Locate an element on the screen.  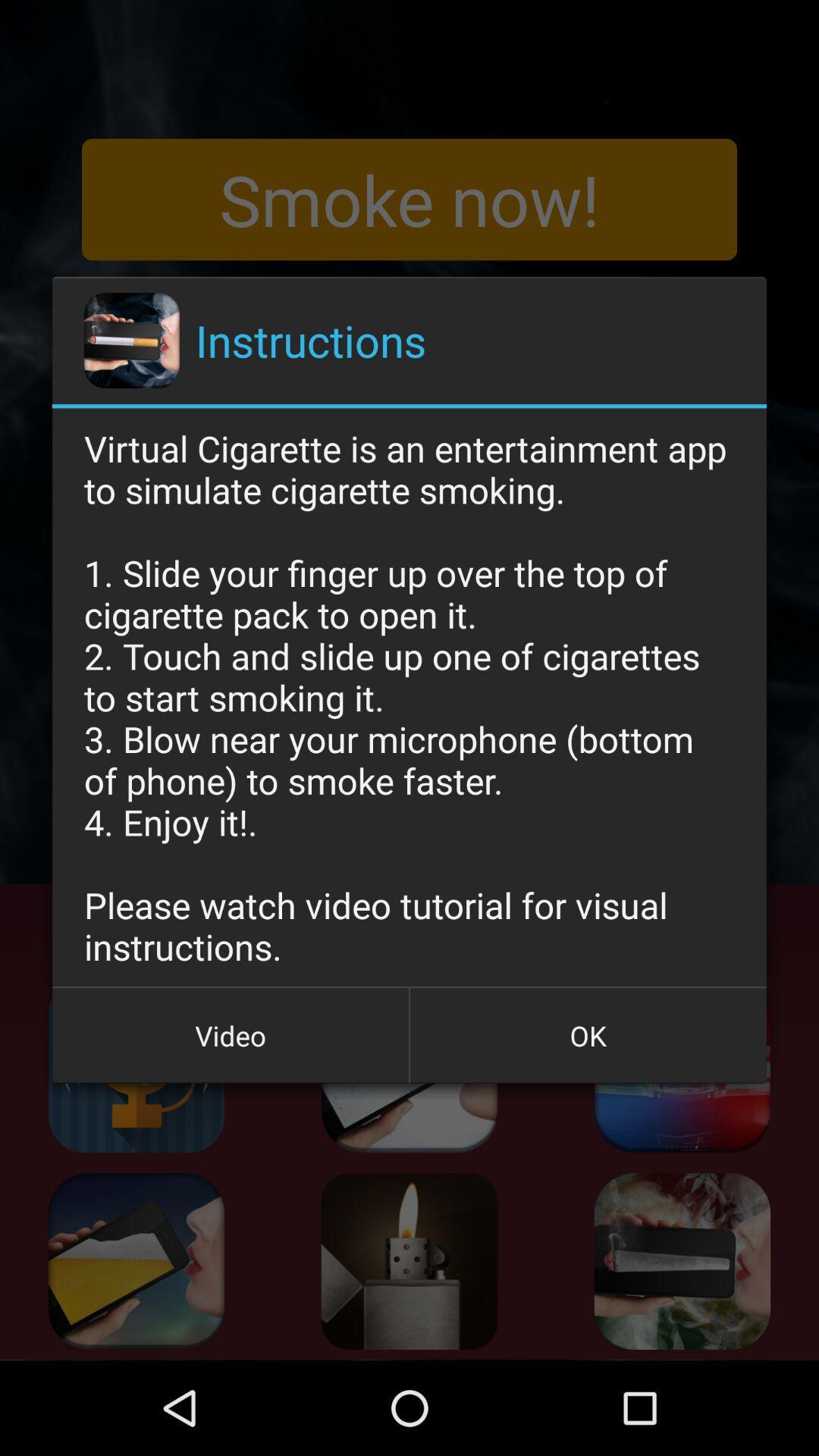
the item at the bottom left corner is located at coordinates (231, 1034).